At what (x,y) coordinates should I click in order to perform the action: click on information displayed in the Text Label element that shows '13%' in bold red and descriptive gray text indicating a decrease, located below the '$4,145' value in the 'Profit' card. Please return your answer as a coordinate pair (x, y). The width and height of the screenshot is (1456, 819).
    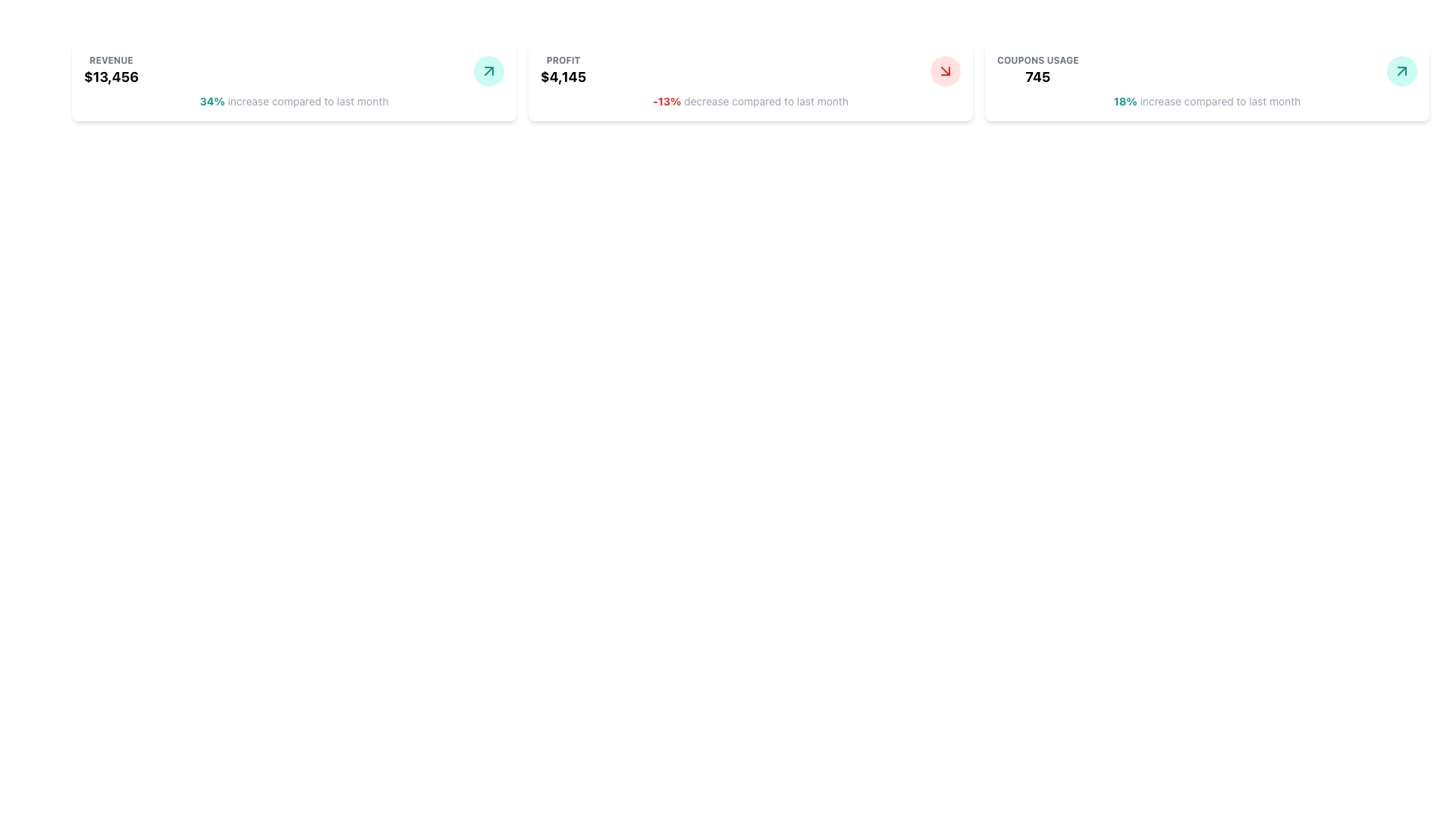
    Looking at the image, I should click on (750, 102).